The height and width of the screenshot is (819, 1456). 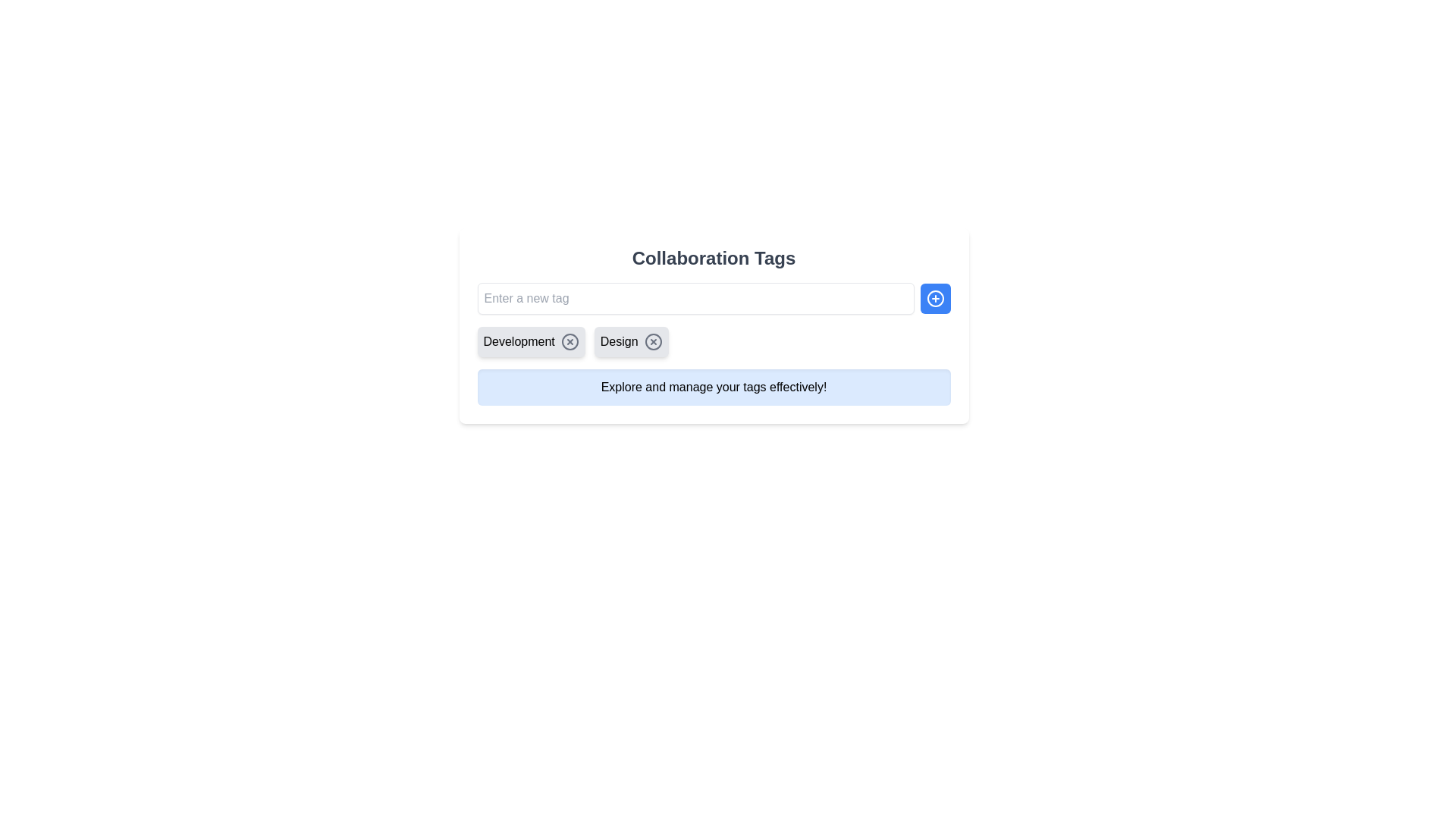 I want to click on the 'Development' text label, which is styled with bold, dark gray text on a light gray background, from its position in the 'Collaboration Tags' area, so click(x=519, y=342).